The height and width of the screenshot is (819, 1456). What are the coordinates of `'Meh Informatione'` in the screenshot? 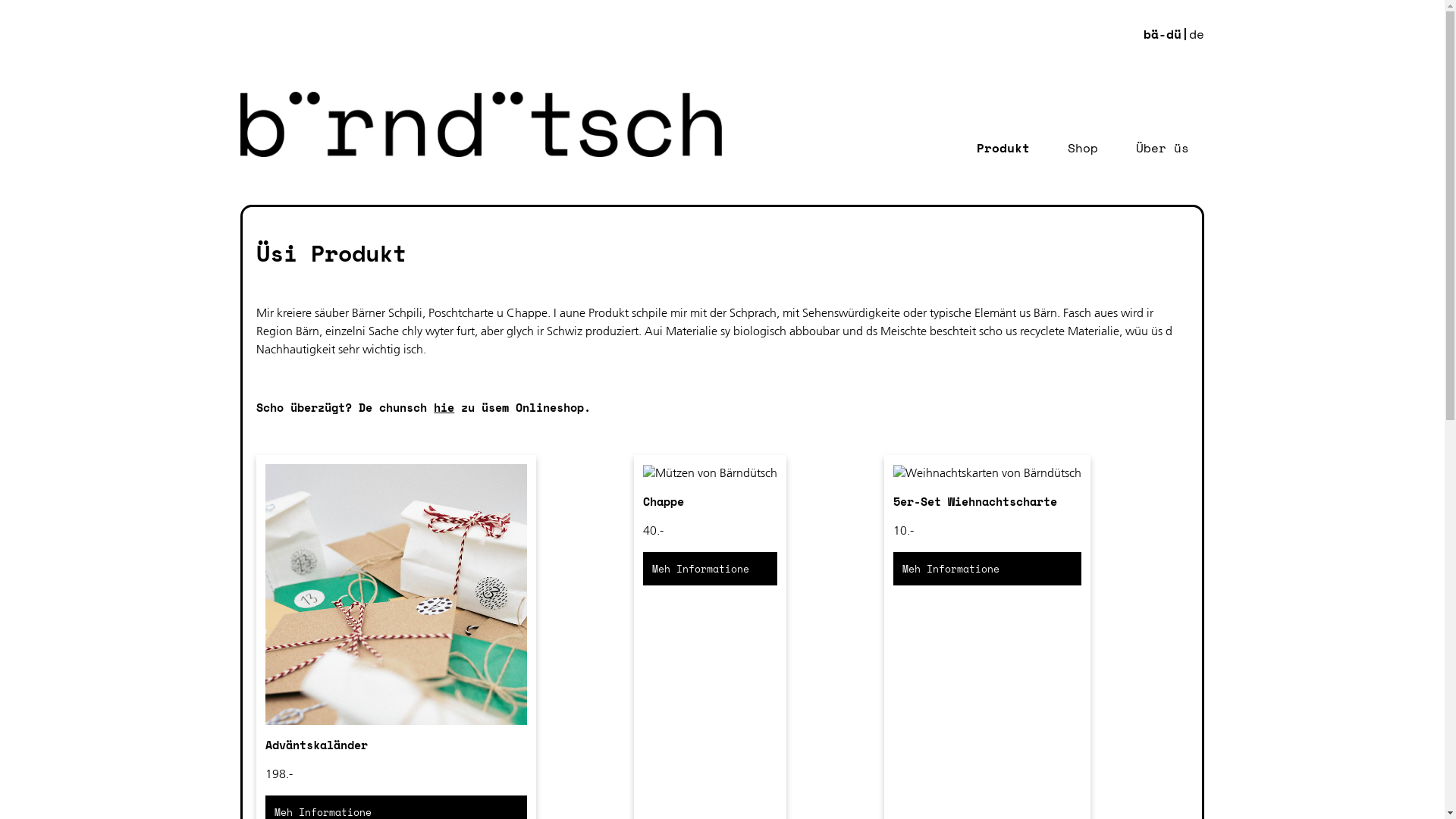 It's located at (987, 568).